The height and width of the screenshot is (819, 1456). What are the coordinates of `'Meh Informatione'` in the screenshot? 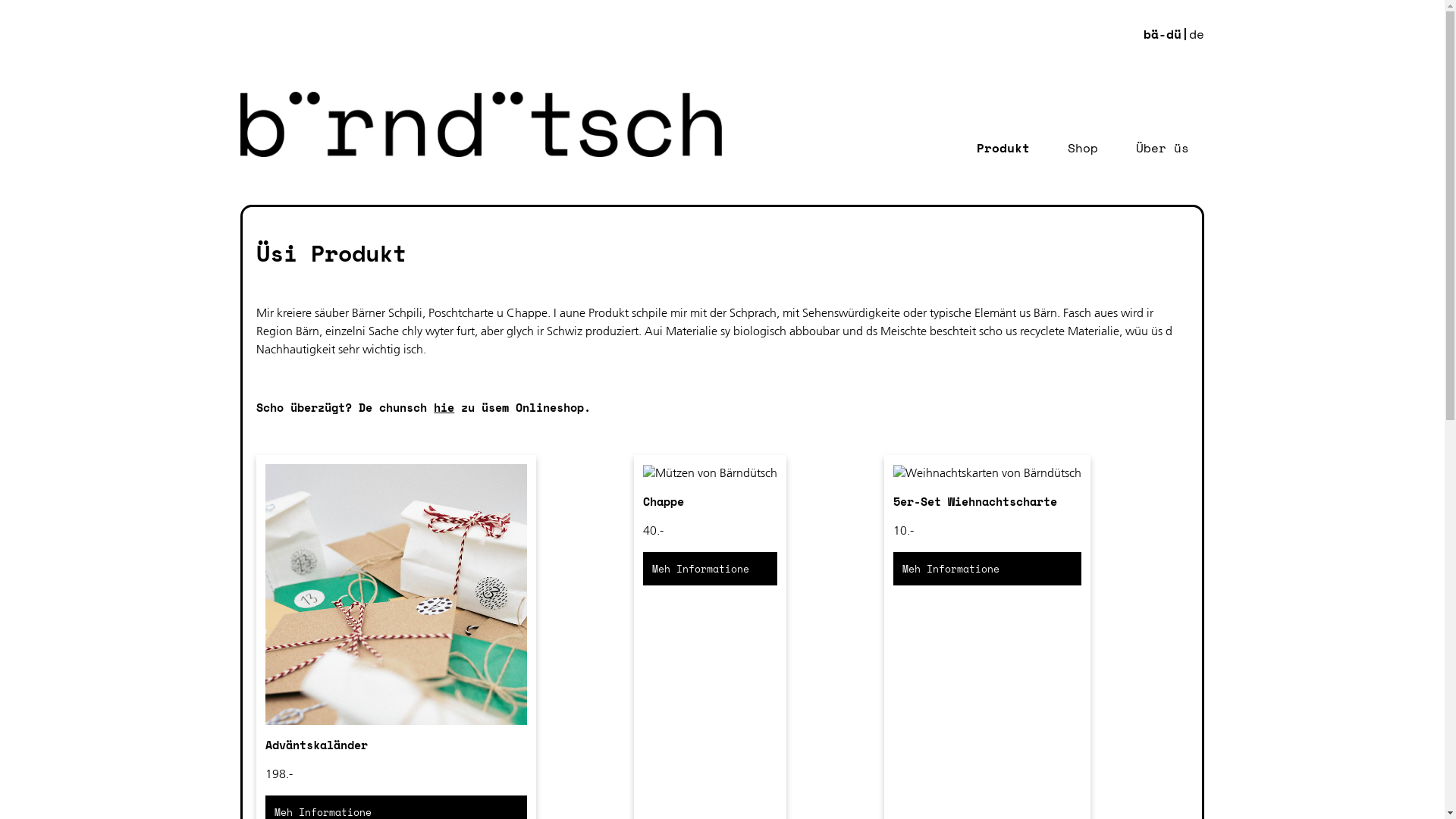 It's located at (987, 568).